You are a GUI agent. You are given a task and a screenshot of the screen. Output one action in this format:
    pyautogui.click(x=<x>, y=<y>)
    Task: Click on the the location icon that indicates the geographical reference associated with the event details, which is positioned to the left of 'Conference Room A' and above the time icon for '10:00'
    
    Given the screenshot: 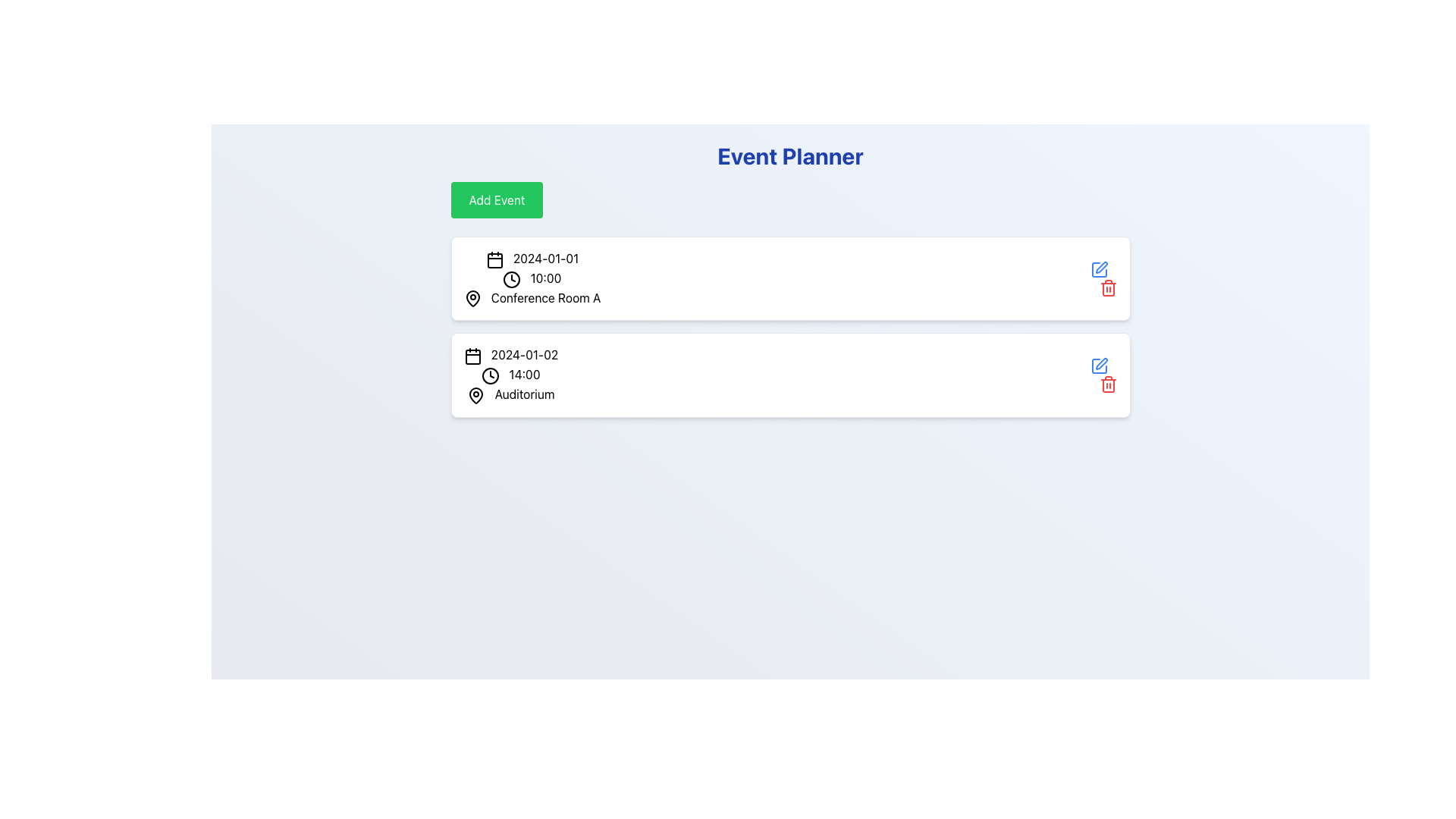 What is the action you would take?
    pyautogui.click(x=472, y=299)
    